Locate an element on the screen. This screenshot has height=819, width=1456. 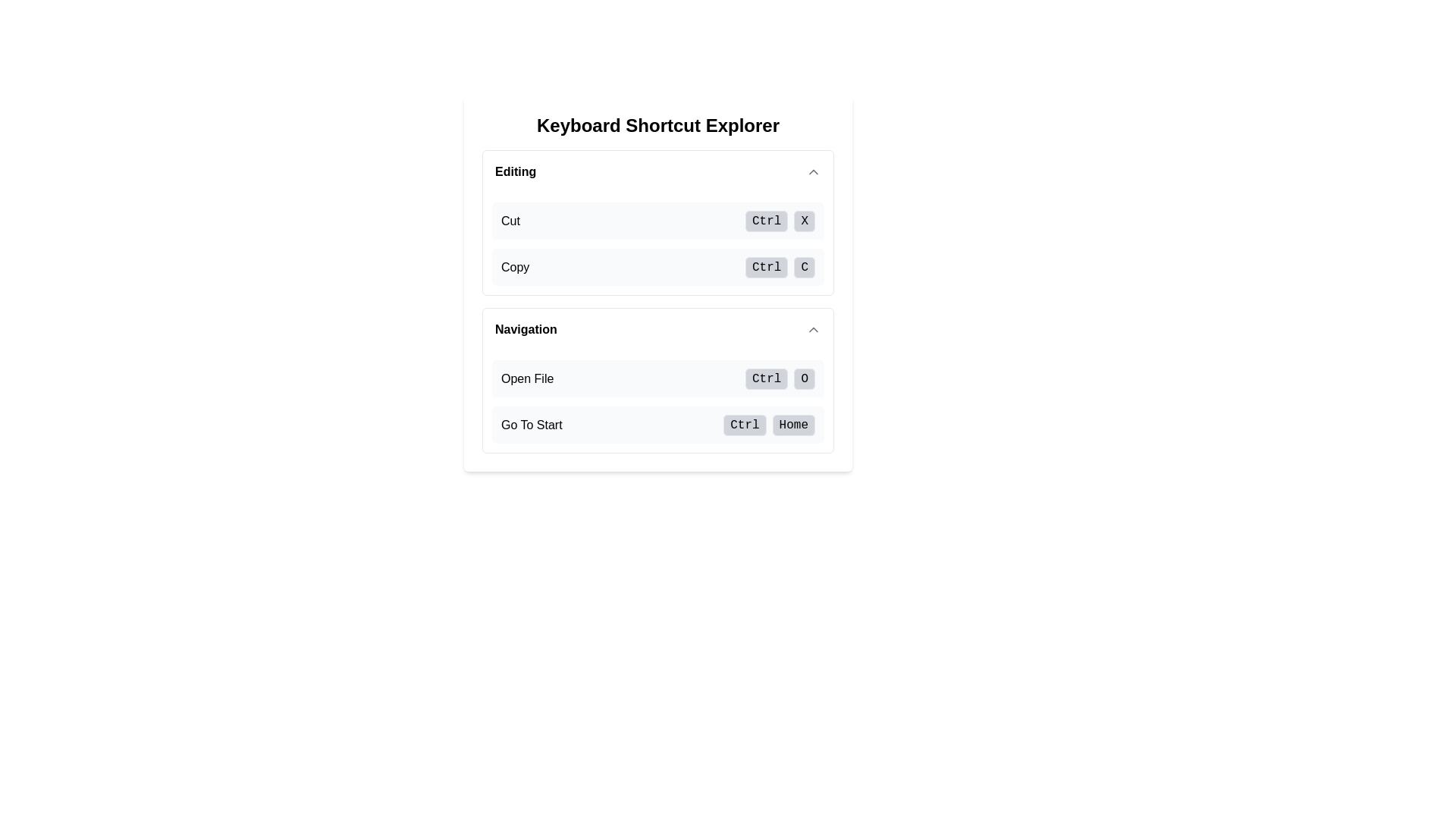
the children elements of the Panel providing keyboard shortcuts for cut and copy operations, located within the 'Keyboard Shortcut Explorer' card, above the 'Navigation' section is located at coordinates (658, 222).